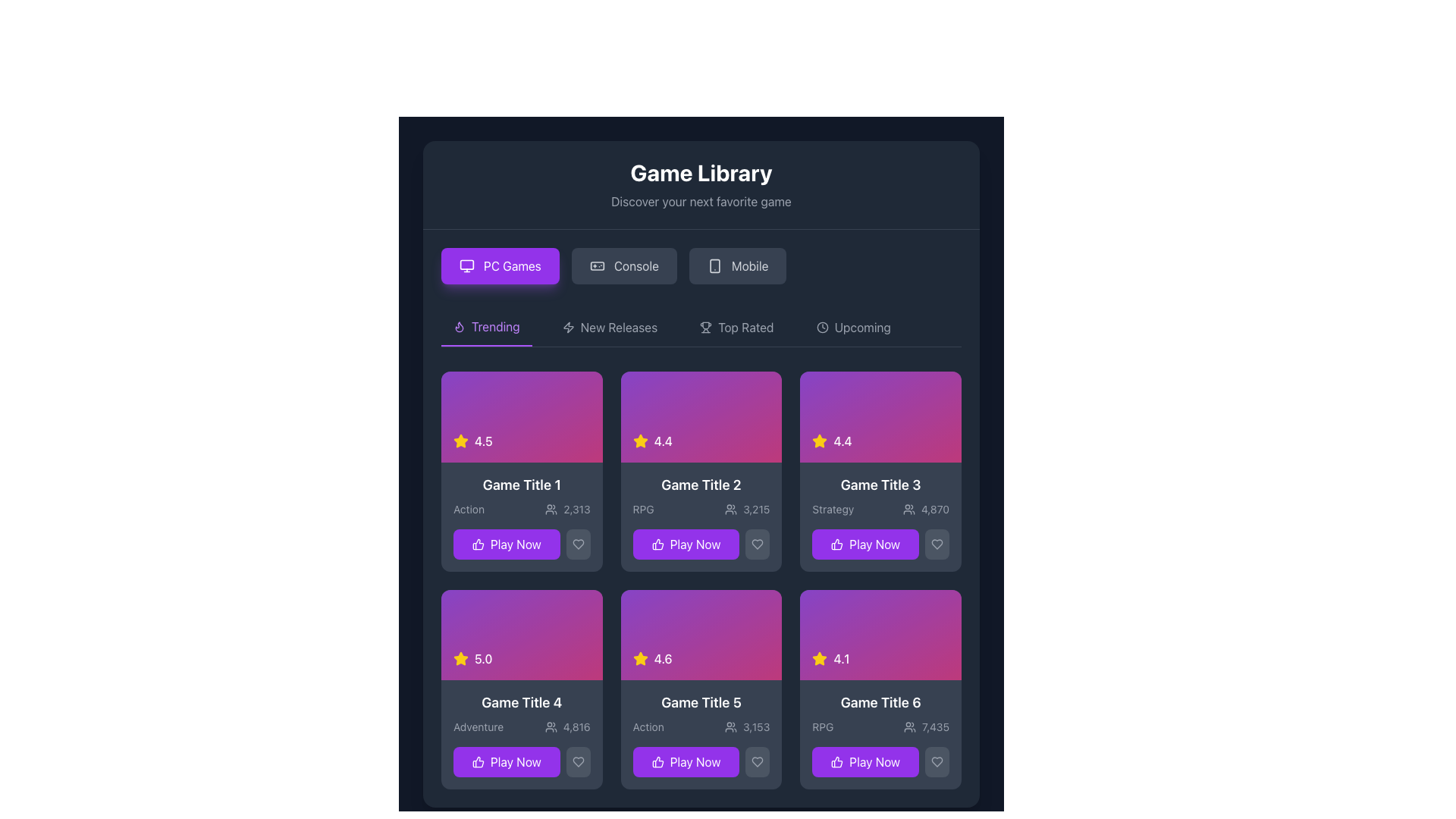 This screenshot has width=1456, height=819. Describe the element at coordinates (477, 762) in the screenshot. I see `the preference icon located at the bottom section of the card for 'Game Title 4'` at that location.